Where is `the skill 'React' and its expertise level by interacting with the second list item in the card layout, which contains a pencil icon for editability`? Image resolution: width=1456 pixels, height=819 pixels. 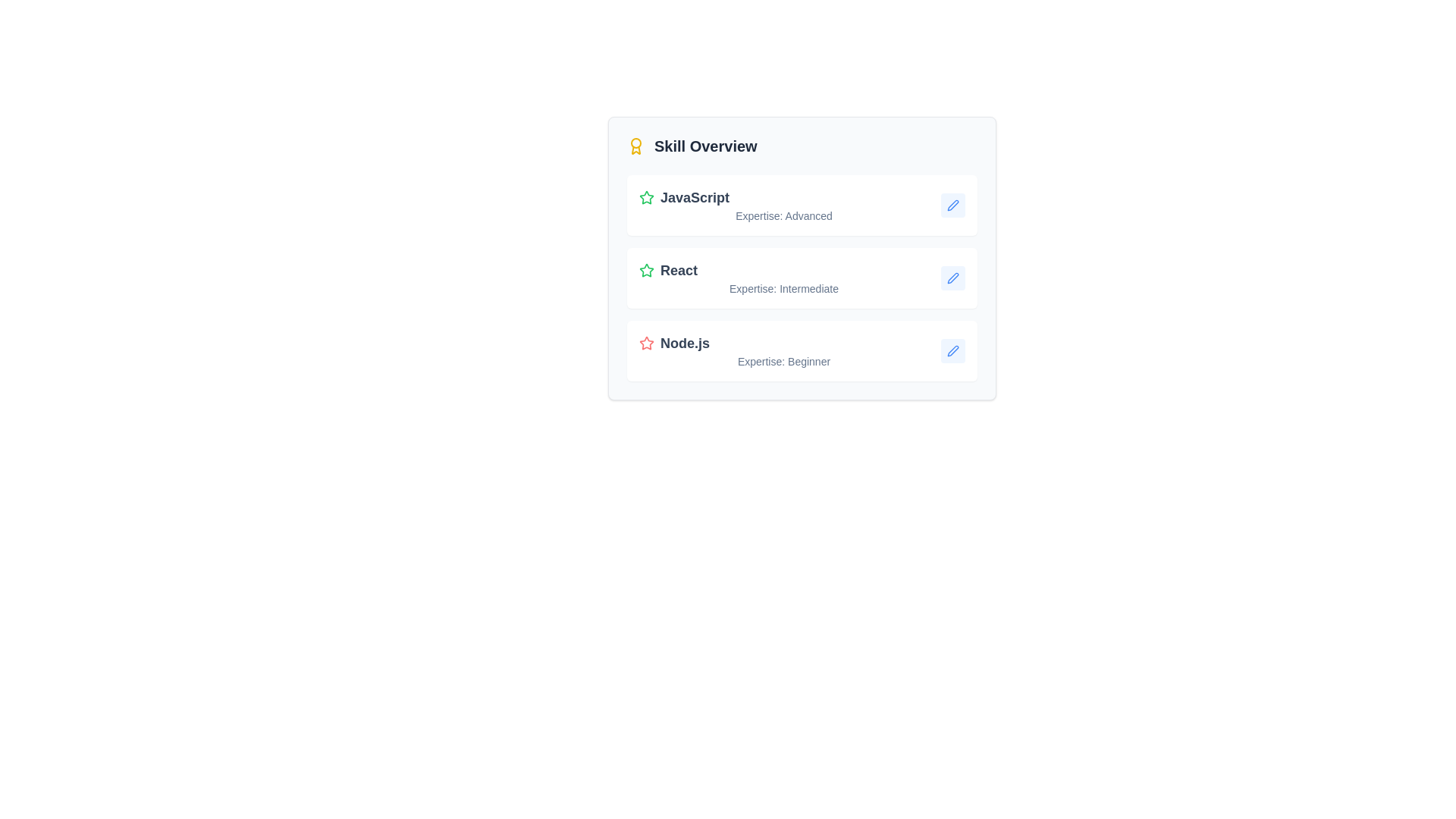 the skill 'React' and its expertise level by interacting with the second list item in the card layout, which contains a pencil icon for editability is located at coordinates (801, 278).